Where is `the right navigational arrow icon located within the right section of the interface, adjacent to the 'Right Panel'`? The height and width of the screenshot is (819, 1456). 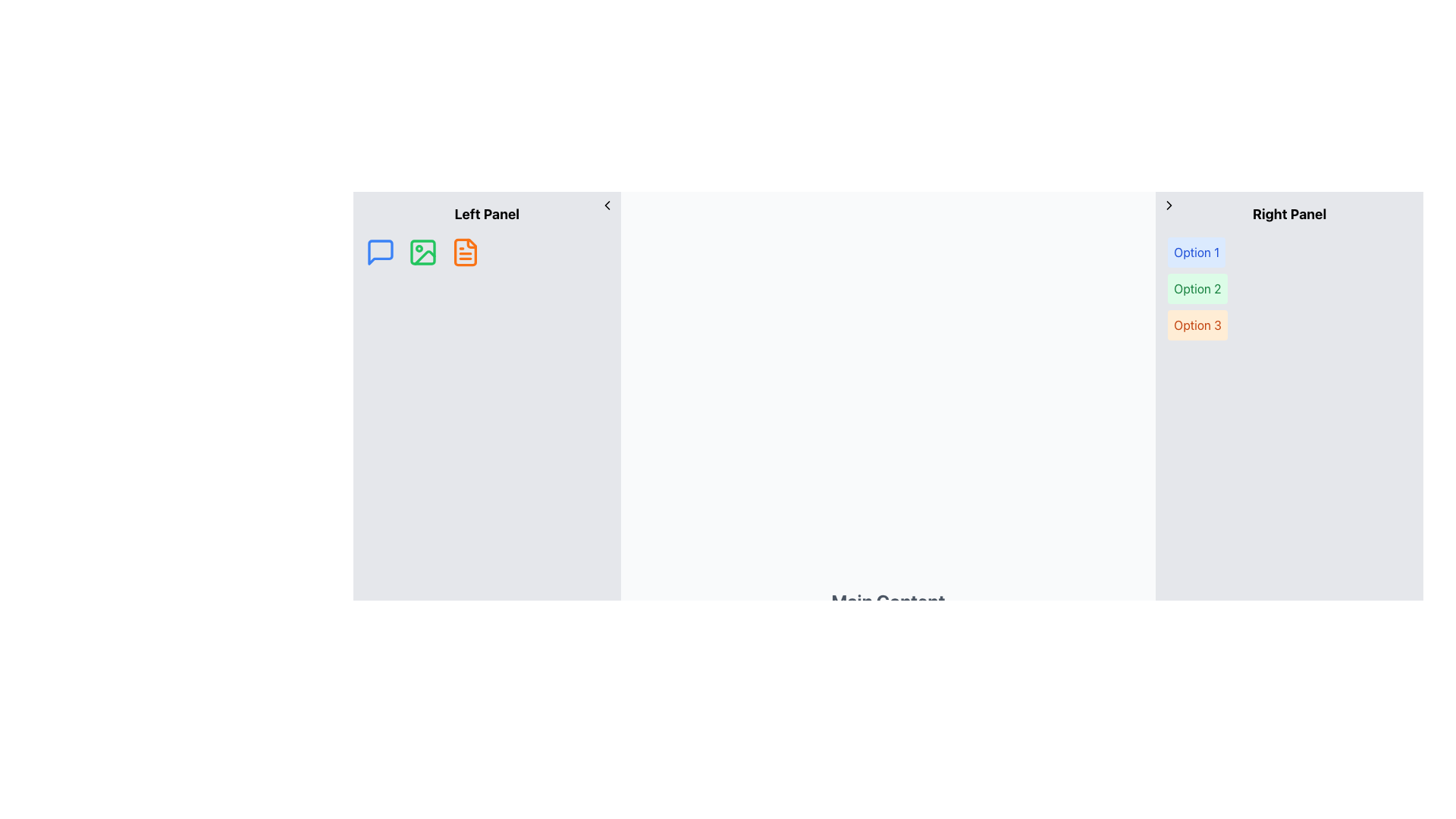 the right navigational arrow icon located within the right section of the interface, adjacent to the 'Right Panel' is located at coordinates (1169, 205).